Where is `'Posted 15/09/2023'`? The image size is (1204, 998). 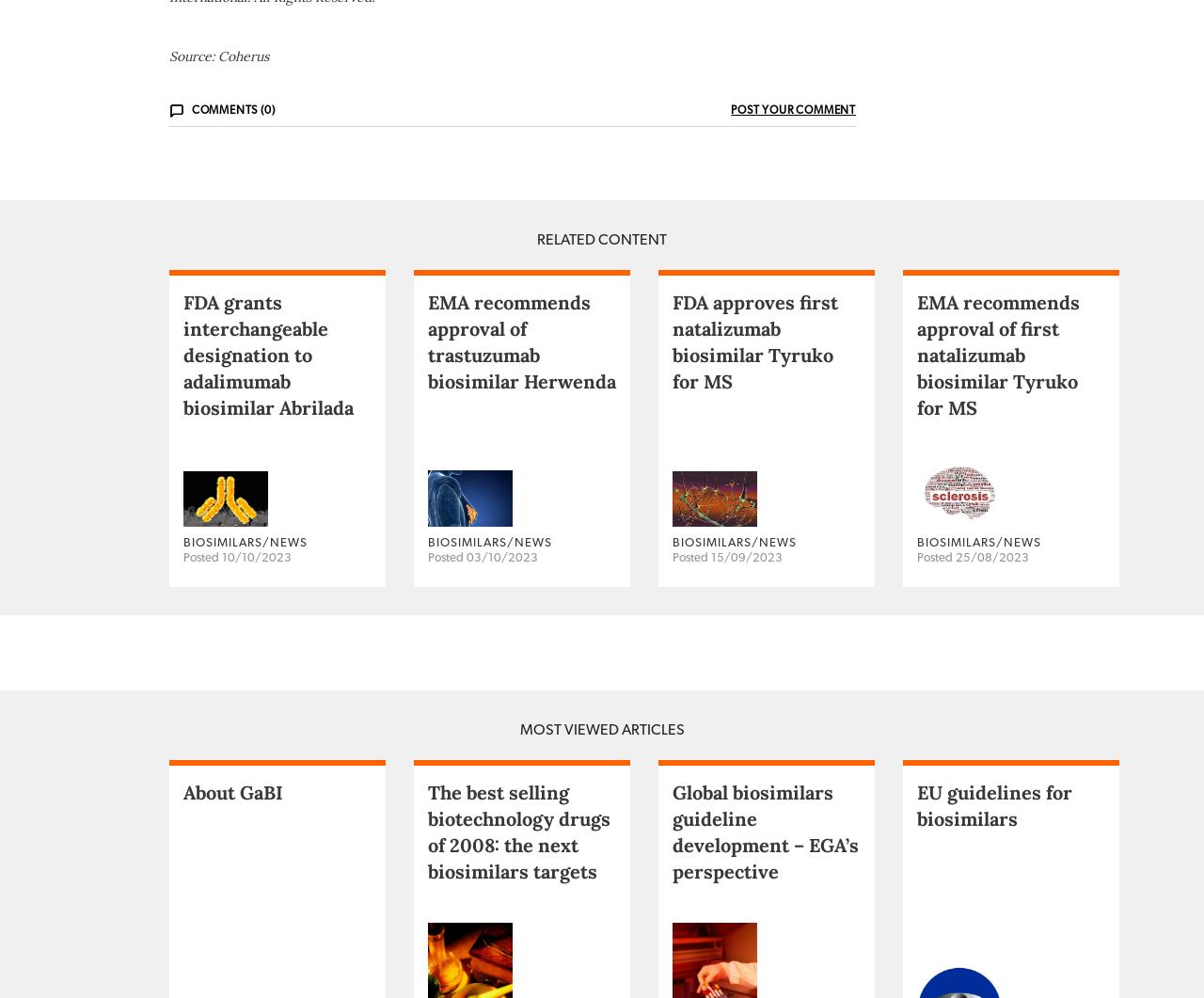 'Posted 15/09/2023' is located at coordinates (726, 630).